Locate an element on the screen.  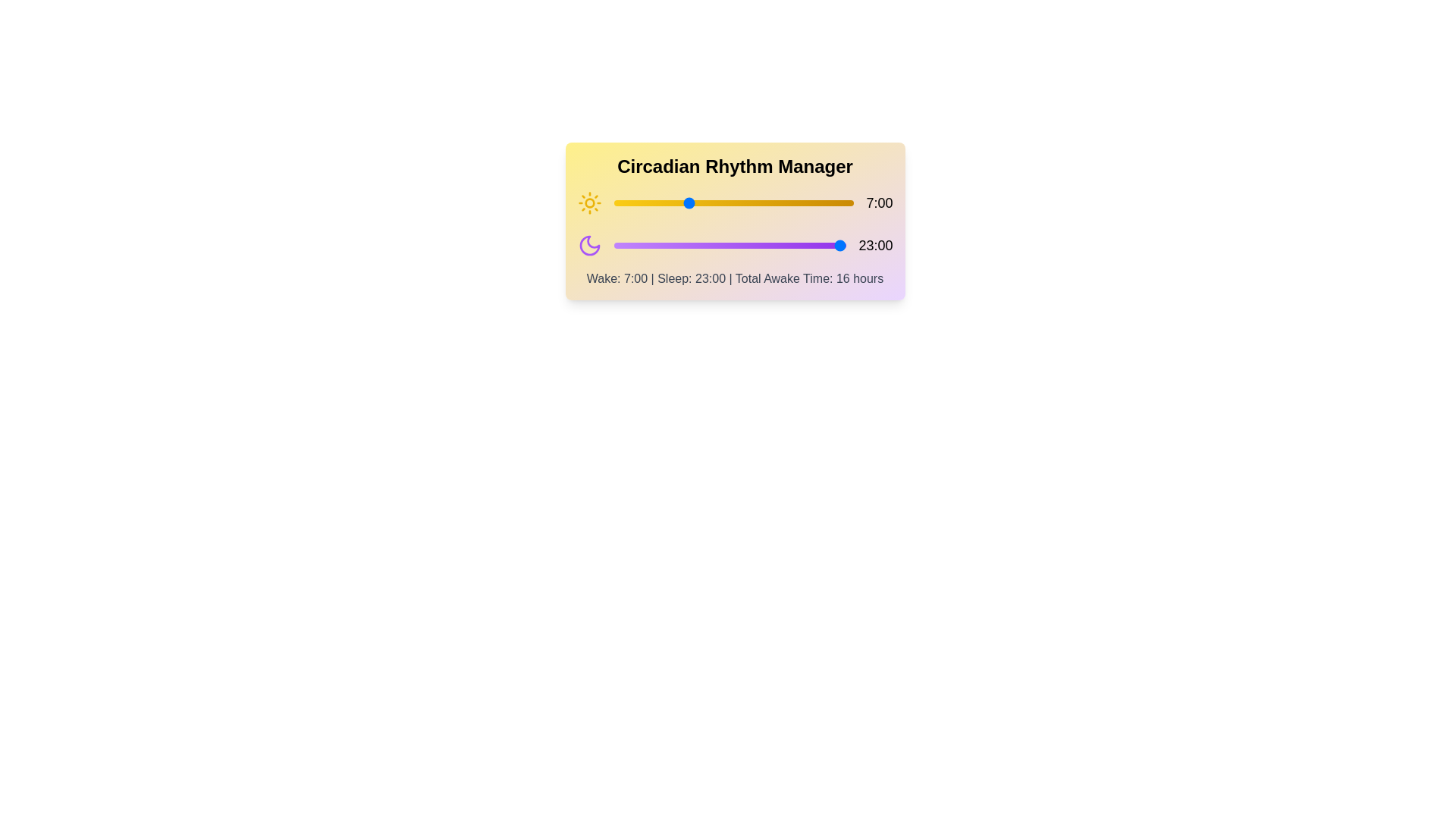
the sleep hour slider to 15 is located at coordinates (765, 245).